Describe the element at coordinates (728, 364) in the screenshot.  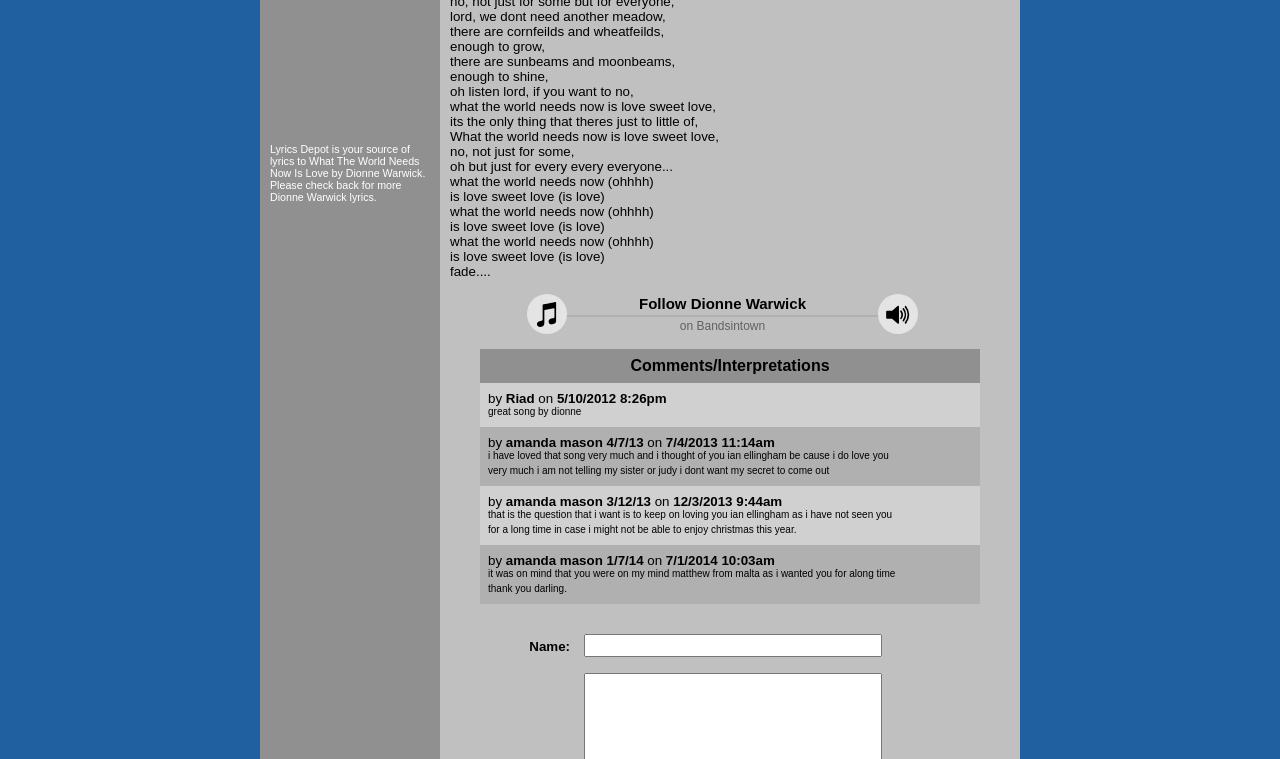
I see `'Comments/Interpretations'` at that location.